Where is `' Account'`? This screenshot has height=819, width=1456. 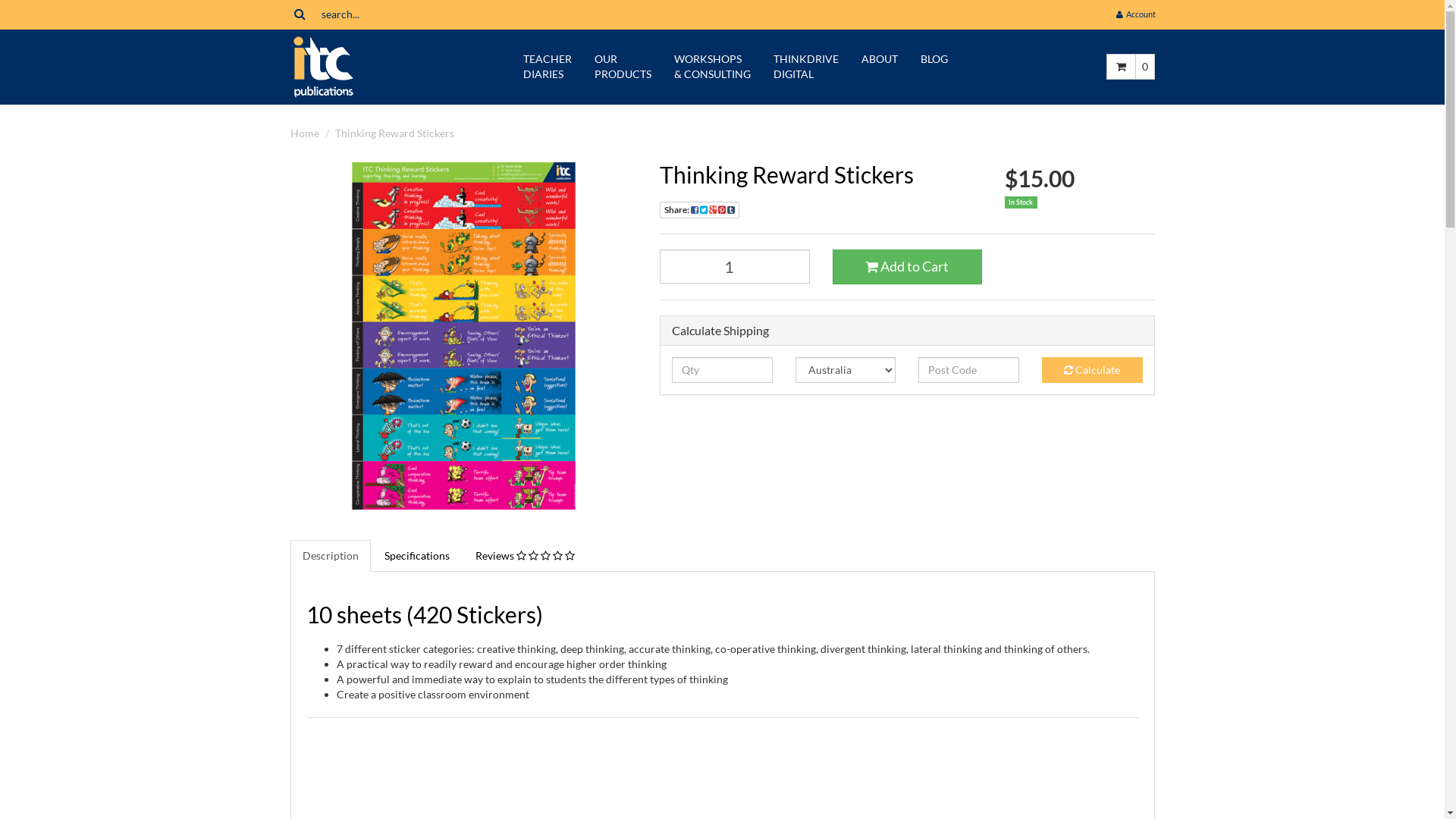
' Account' is located at coordinates (1135, 14).